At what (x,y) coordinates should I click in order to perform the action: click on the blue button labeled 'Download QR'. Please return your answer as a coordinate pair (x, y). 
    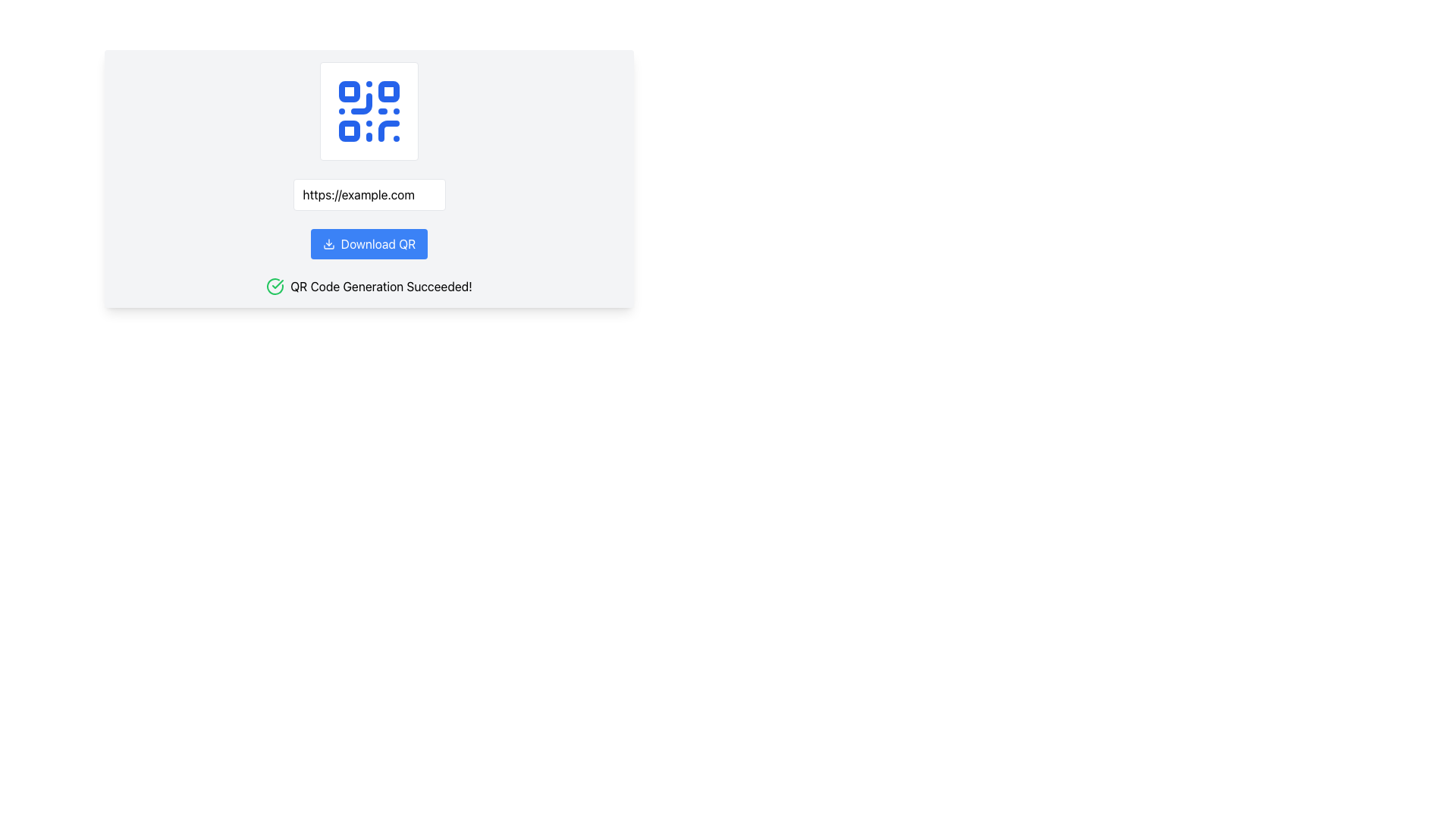
    Looking at the image, I should click on (369, 243).